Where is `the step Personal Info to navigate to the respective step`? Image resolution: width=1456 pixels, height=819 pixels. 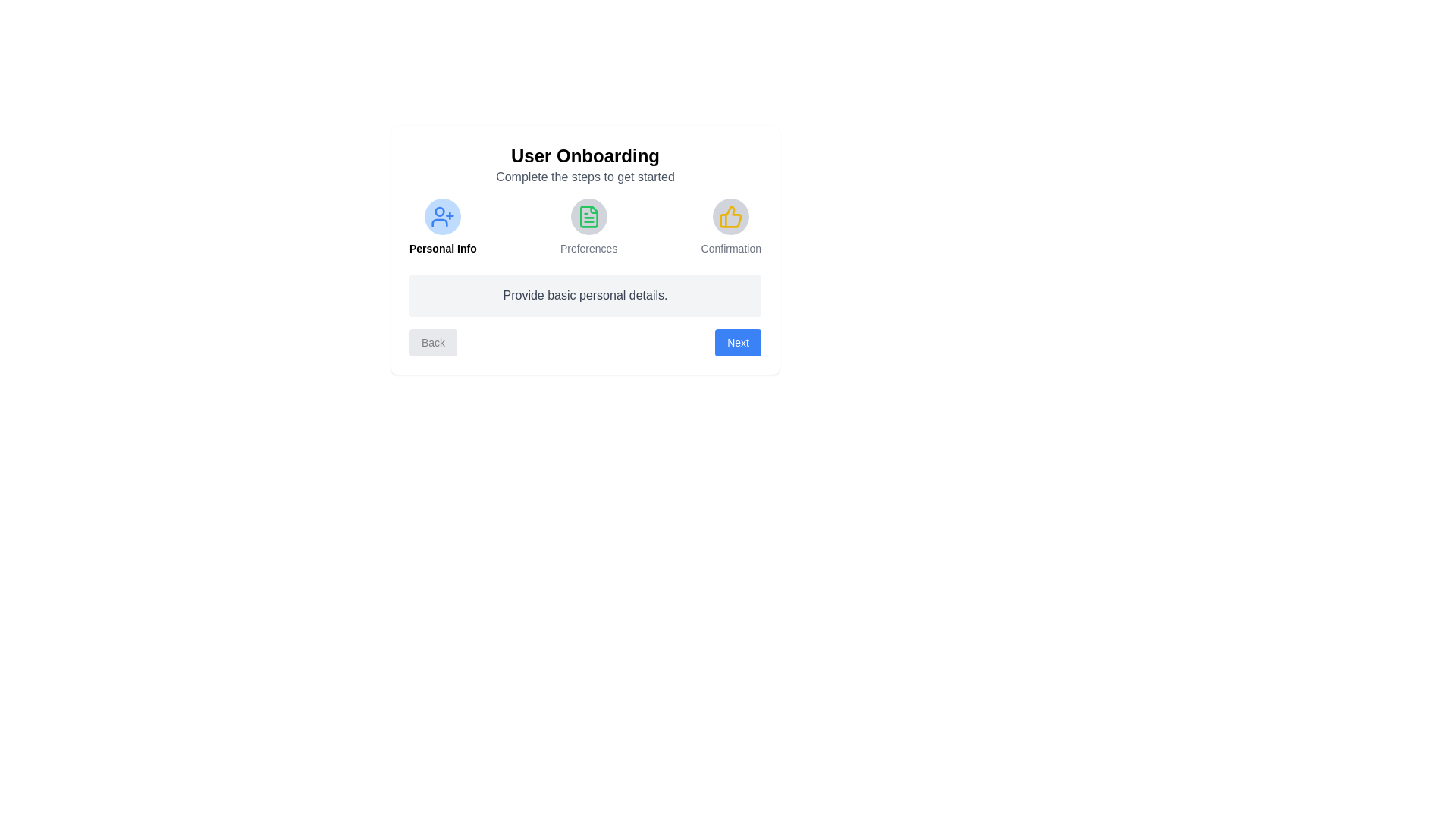
the step Personal Info to navigate to the respective step is located at coordinates (442, 227).